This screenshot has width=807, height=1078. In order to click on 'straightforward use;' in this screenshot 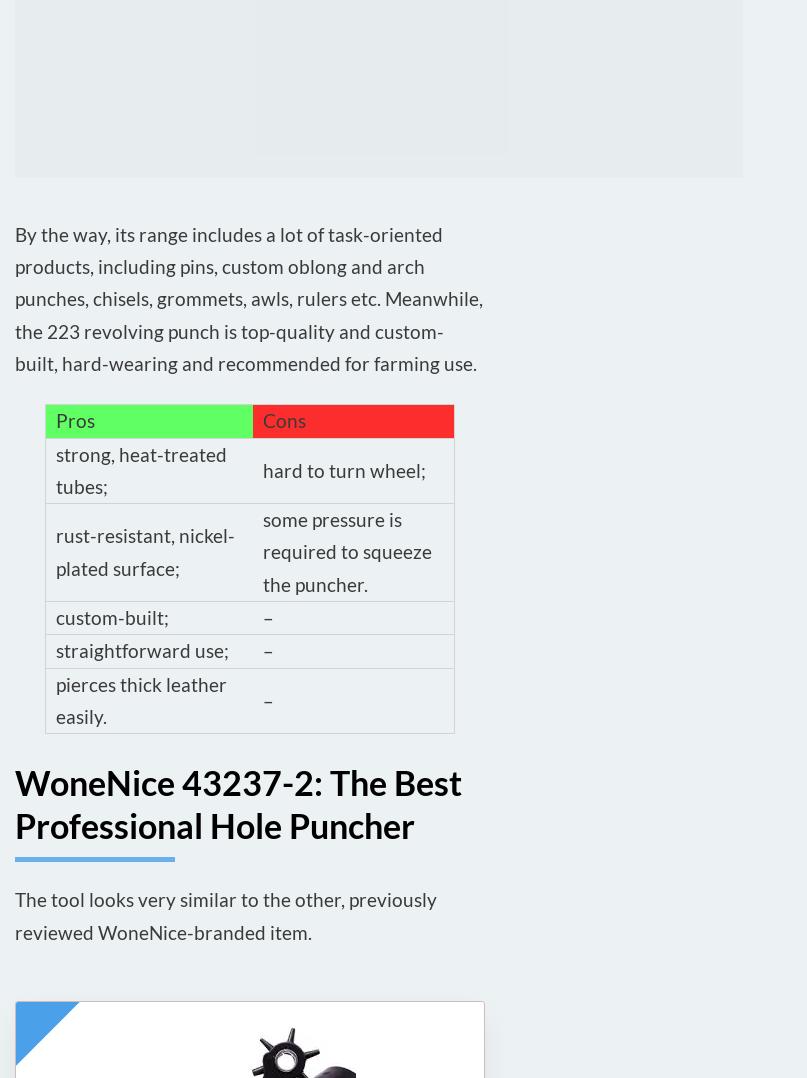, I will do `click(141, 649)`.